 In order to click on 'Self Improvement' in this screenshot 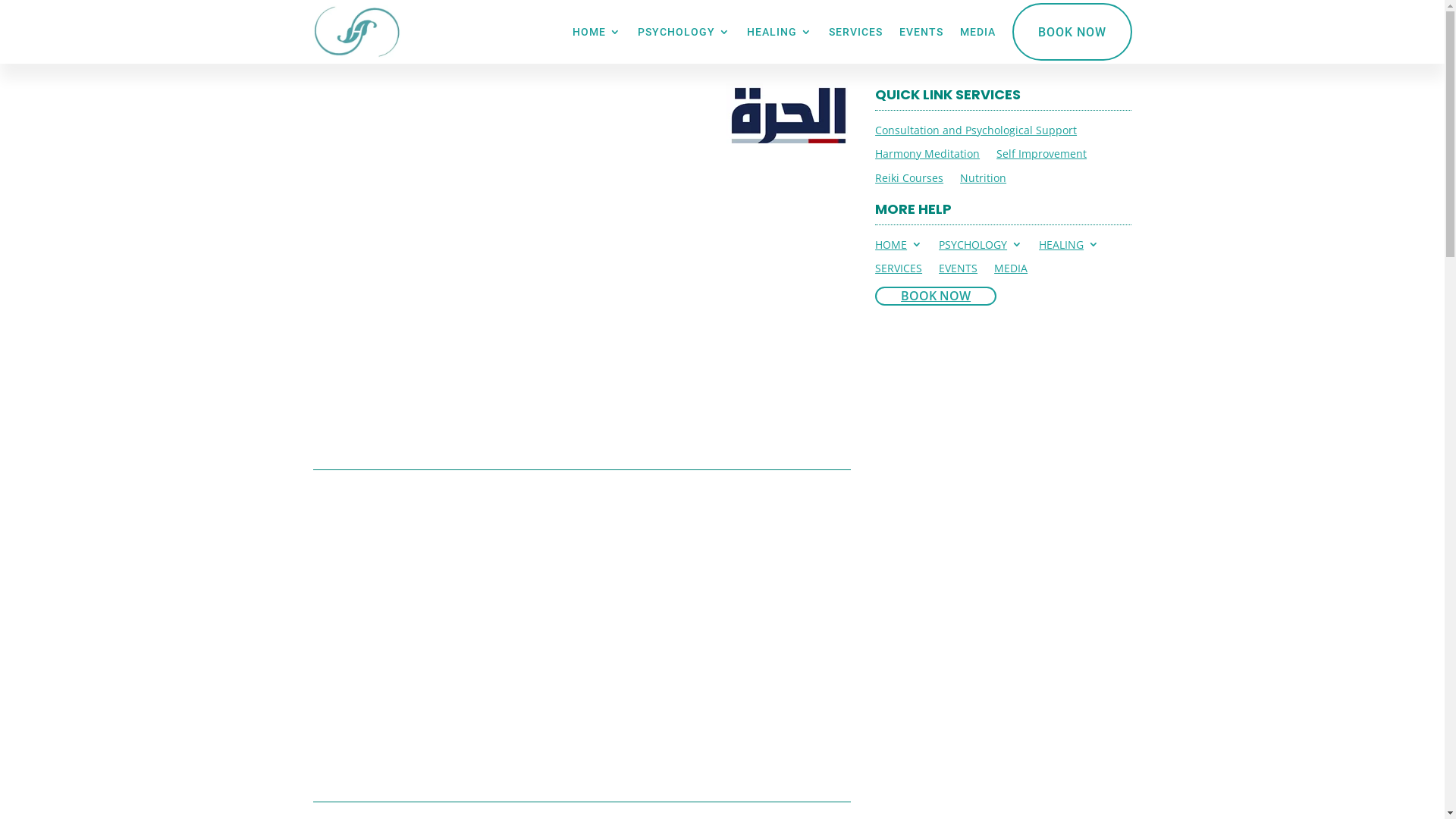, I will do `click(1040, 156)`.